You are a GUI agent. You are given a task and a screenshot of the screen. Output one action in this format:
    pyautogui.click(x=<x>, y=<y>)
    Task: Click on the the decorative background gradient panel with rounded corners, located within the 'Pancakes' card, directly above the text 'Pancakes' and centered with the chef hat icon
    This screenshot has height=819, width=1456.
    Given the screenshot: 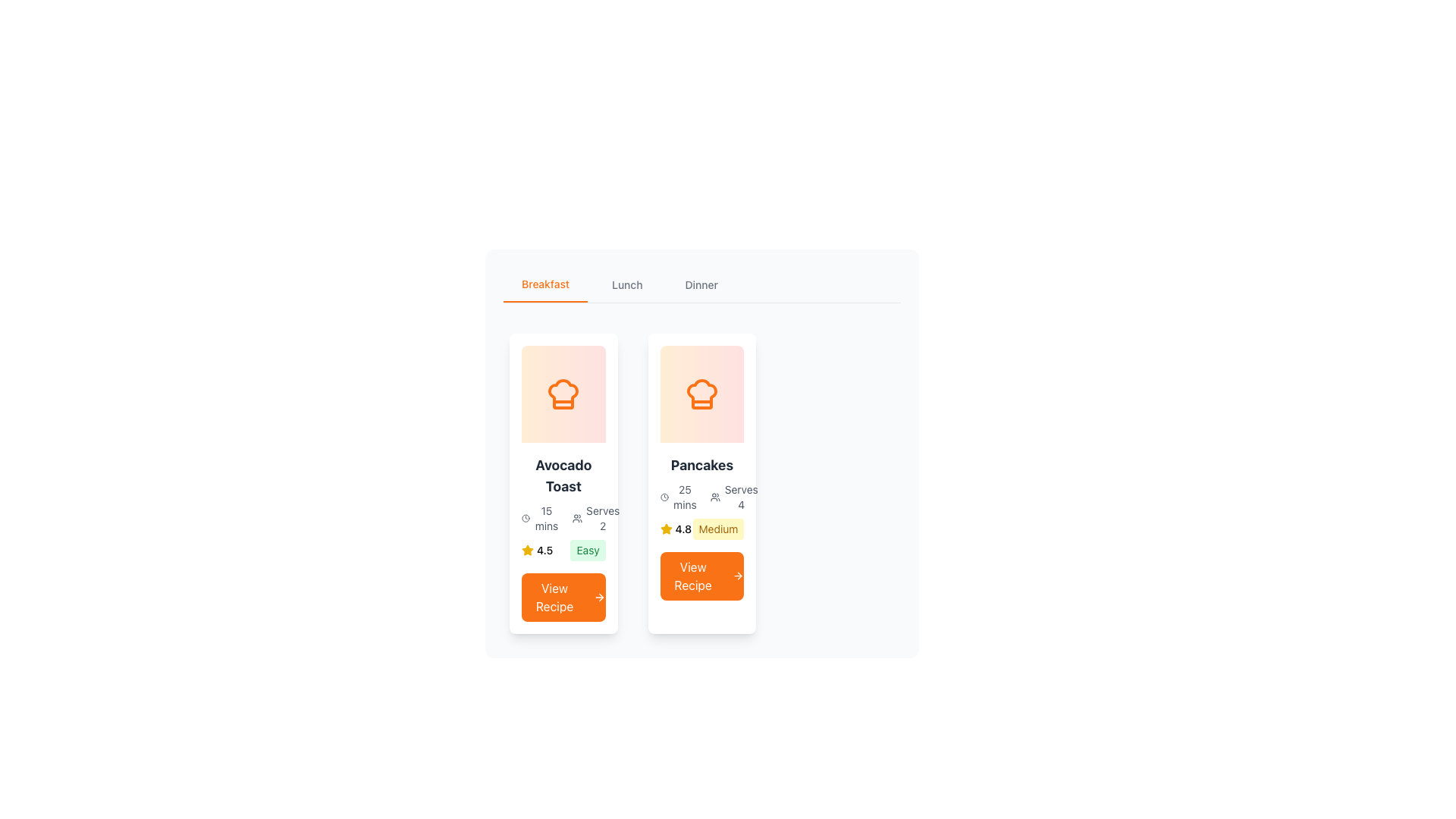 What is the action you would take?
    pyautogui.click(x=701, y=394)
    